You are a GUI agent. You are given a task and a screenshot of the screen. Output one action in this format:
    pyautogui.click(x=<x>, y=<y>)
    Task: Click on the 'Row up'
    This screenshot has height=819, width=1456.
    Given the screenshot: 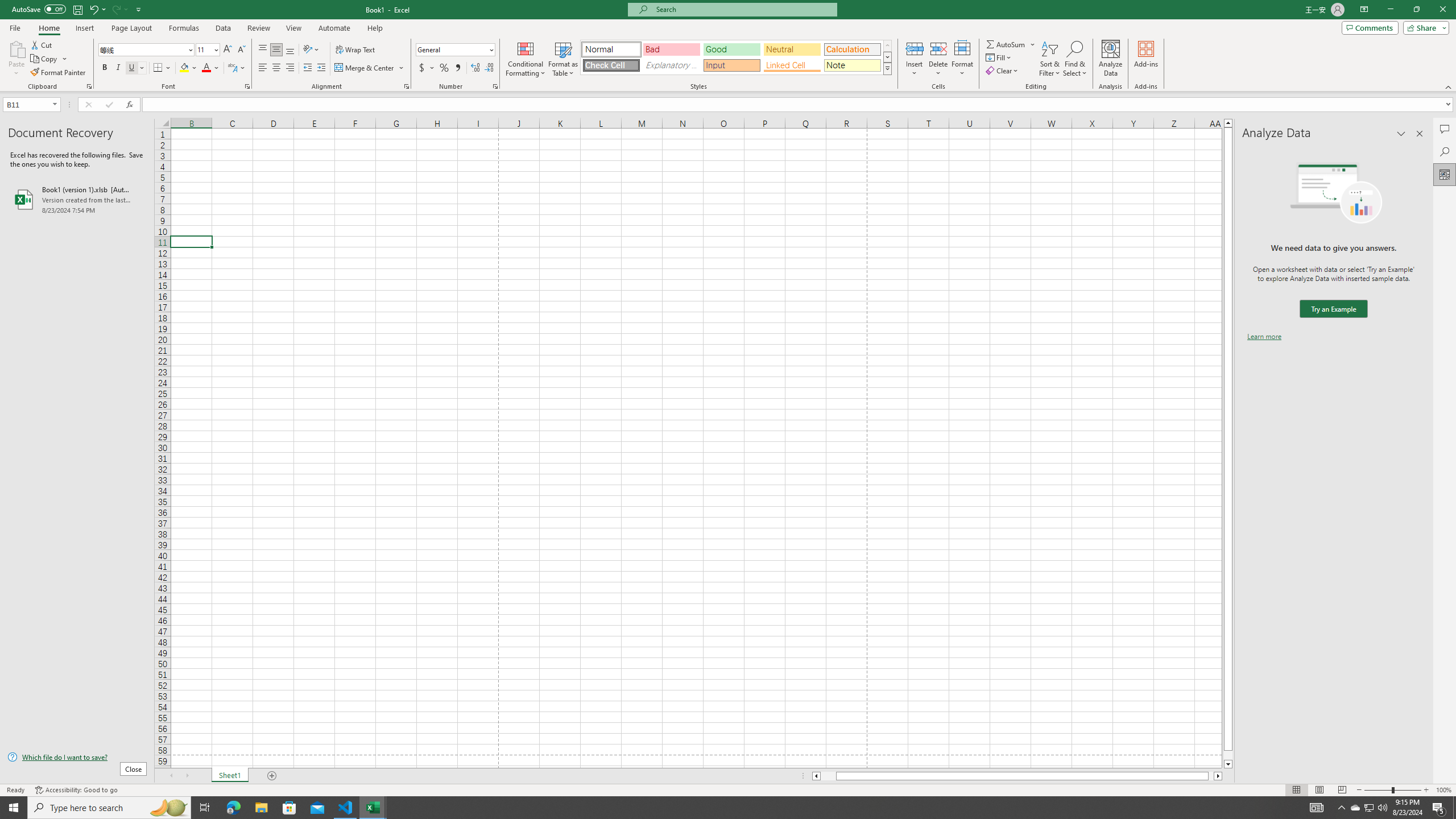 What is the action you would take?
    pyautogui.click(x=887, y=45)
    